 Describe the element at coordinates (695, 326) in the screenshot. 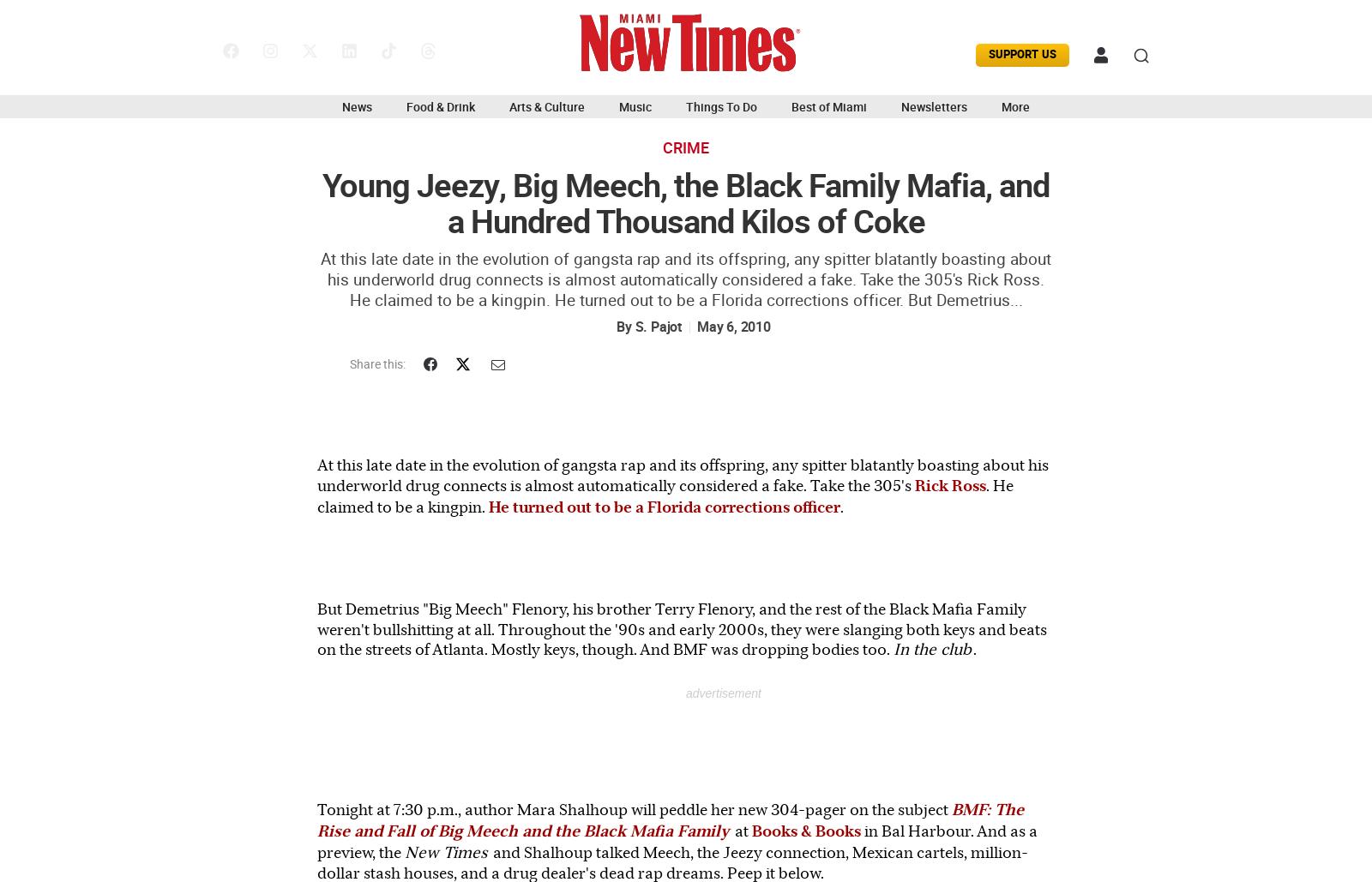

I see `'May 6, 2010'` at that location.